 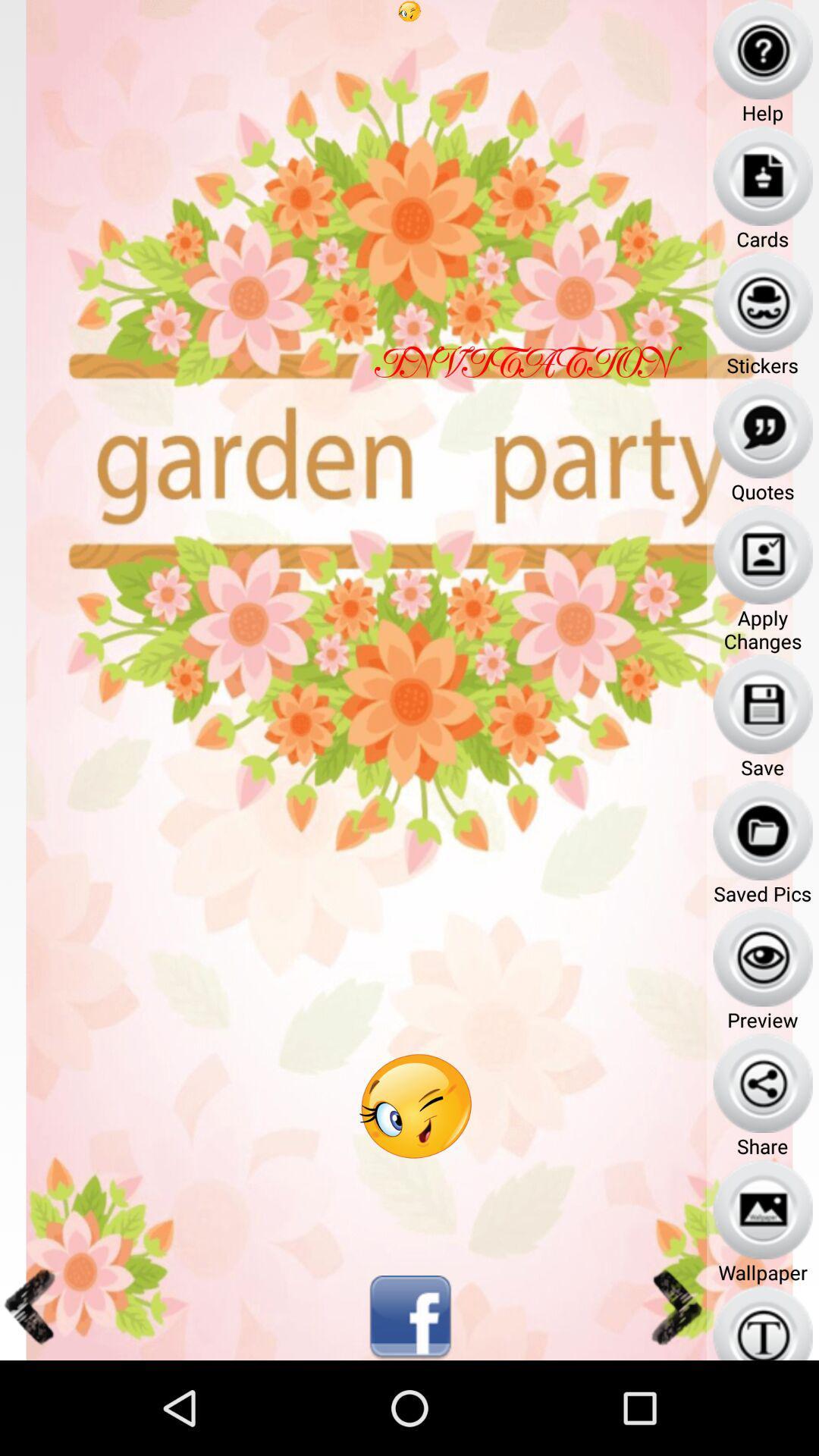 What do you see at coordinates (763, 176) in the screenshot?
I see `the icon above the text cards` at bounding box center [763, 176].